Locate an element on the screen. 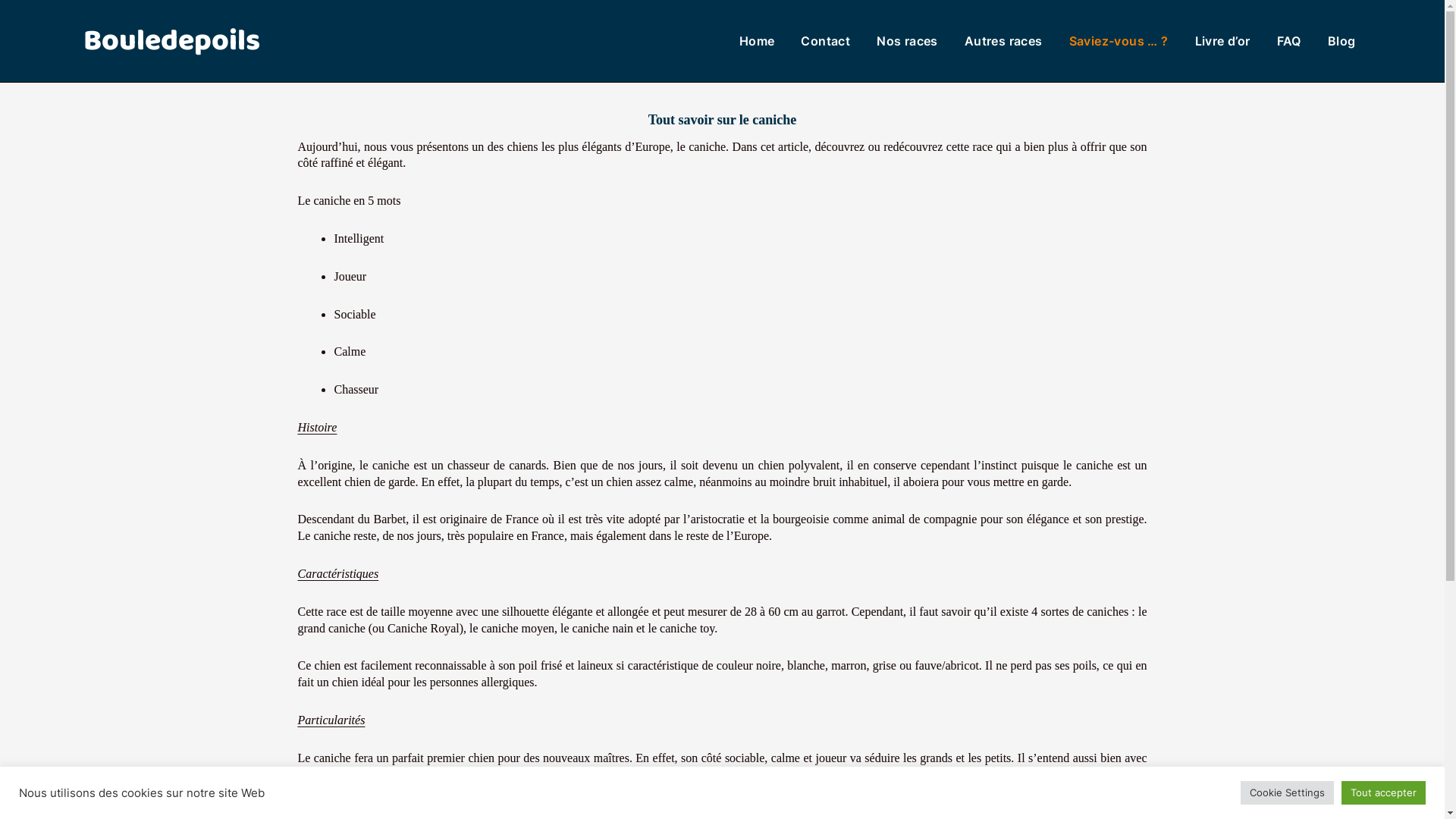 Image resolution: width=1456 pixels, height=819 pixels. 'Autres races' is located at coordinates (964, 40).